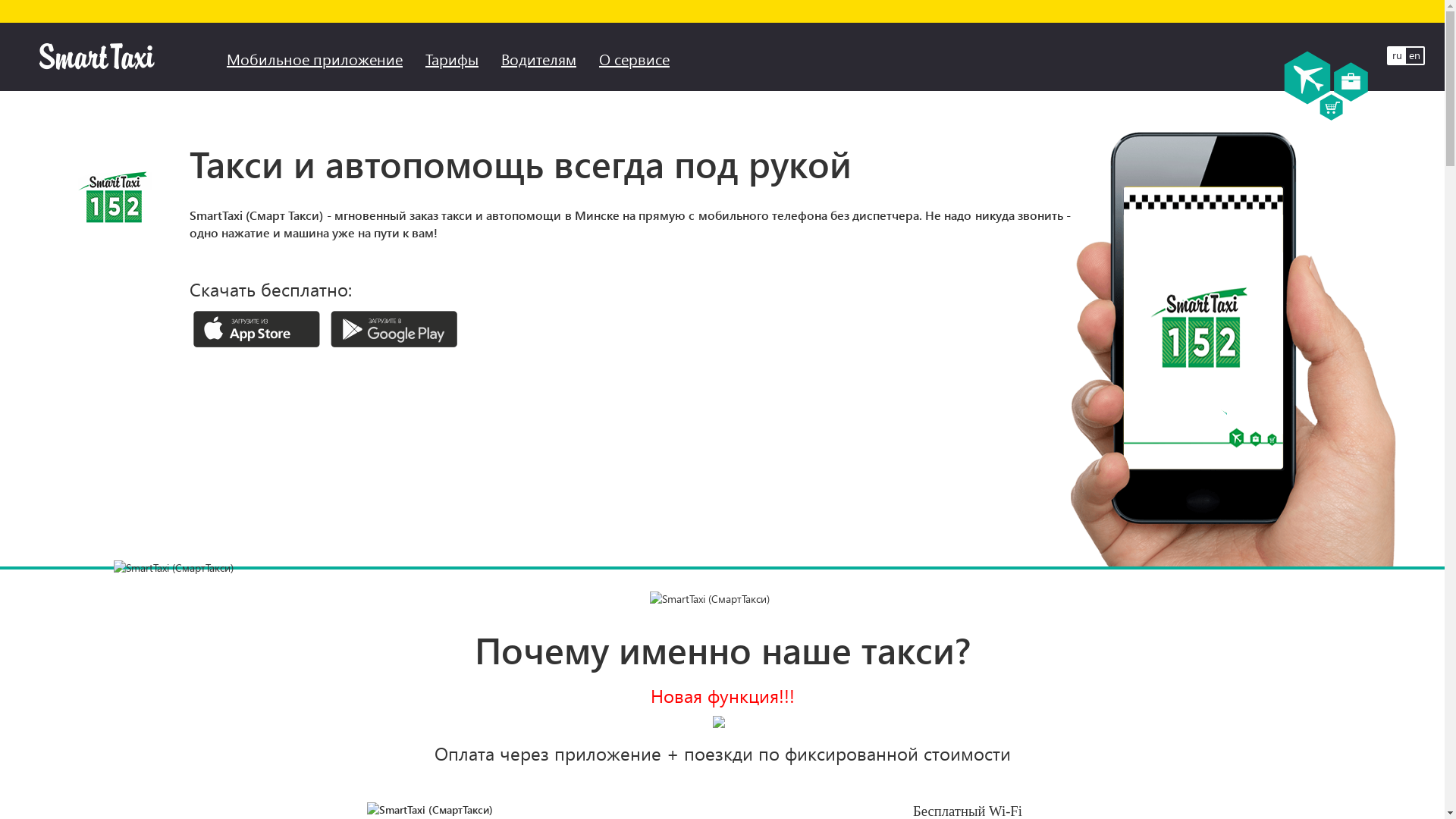 Image resolution: width=1456 pixels, height=819 pixels. Describe the element at coordinates (1396, 54) in the screenshot. I see `'ru'` at that location.